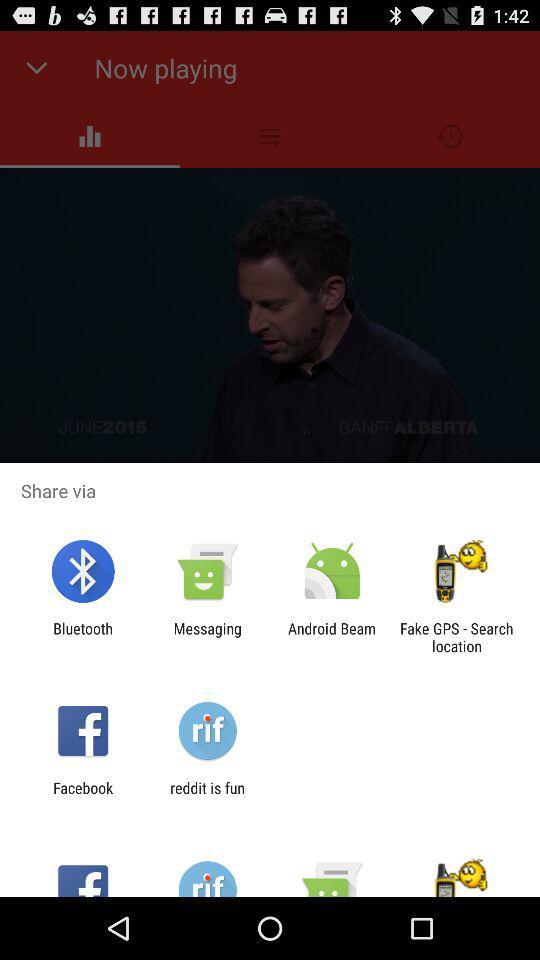  Describe the element at coordinates (206, 796) in the screenshot. I see `reddit is fun app` at that location.